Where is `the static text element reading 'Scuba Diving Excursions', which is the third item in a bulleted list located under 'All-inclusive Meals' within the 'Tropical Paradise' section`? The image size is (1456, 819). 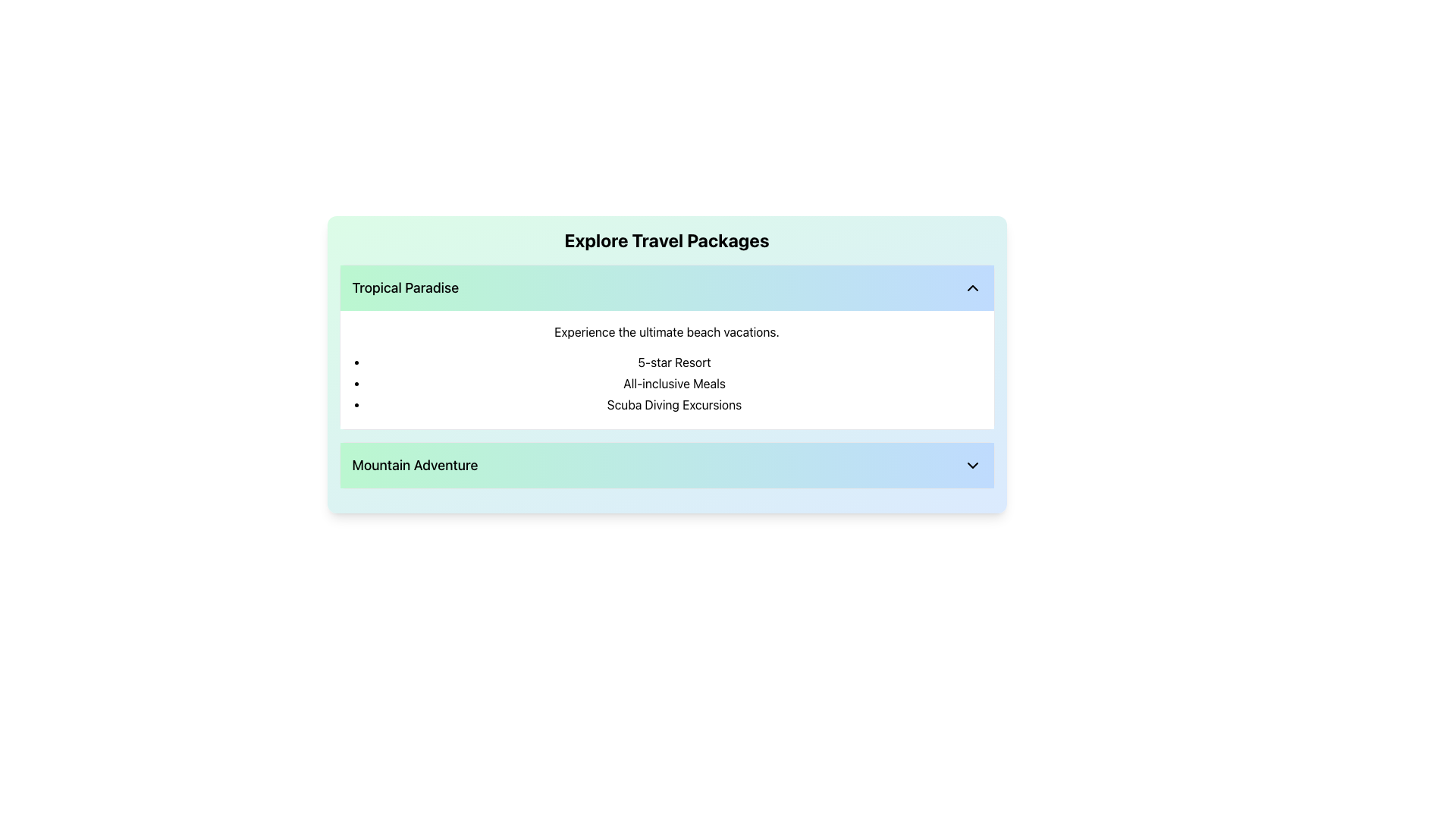 the static text element reading 'Scuba Diving Excursions', which is the third item in a bulleted list located under 'All-inclusive Meals' within the 'Tropical Paradise' section is located at coordinates (673, 403).